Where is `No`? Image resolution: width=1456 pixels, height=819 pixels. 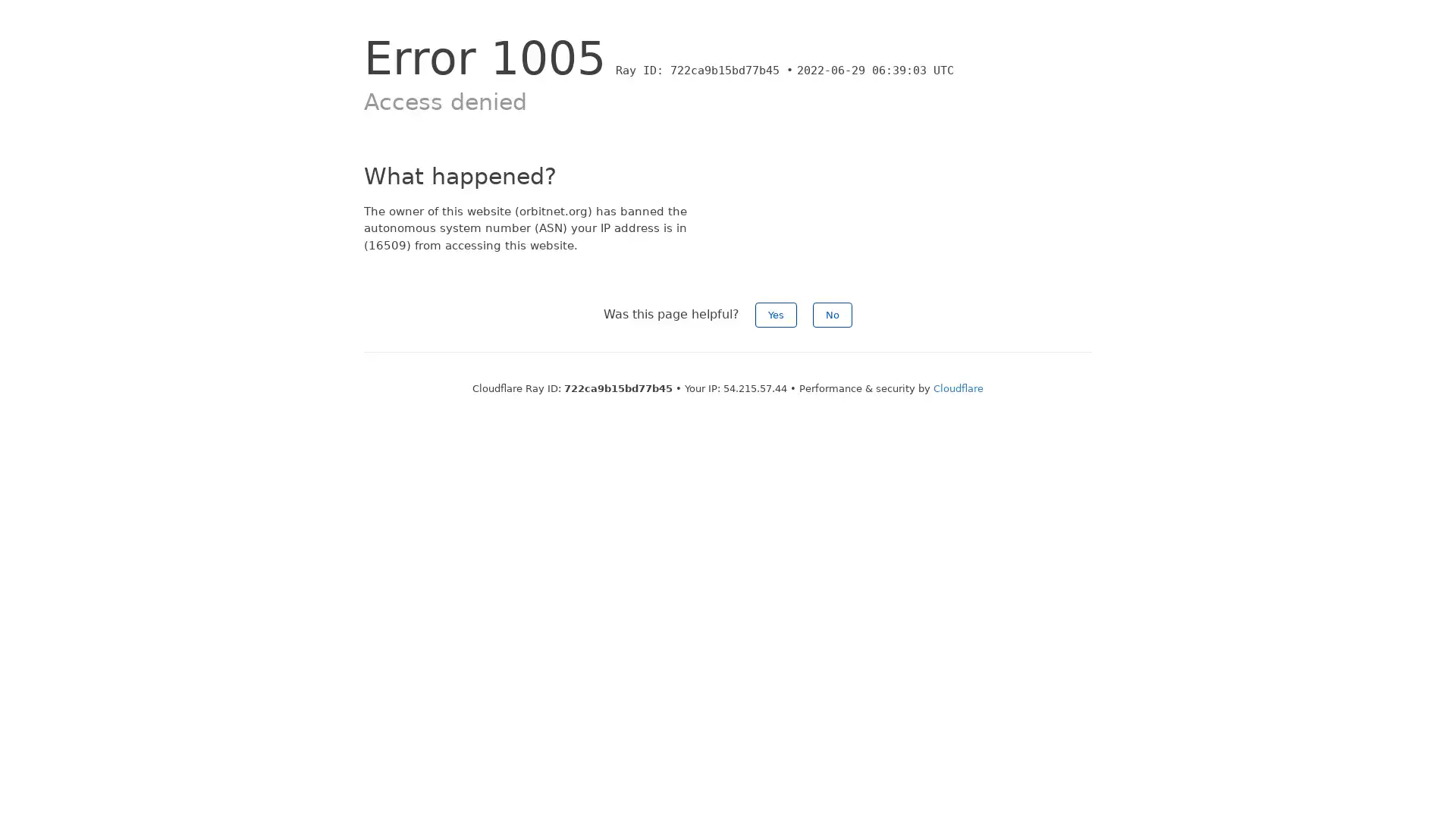 No is located at coordinates (832, 314).